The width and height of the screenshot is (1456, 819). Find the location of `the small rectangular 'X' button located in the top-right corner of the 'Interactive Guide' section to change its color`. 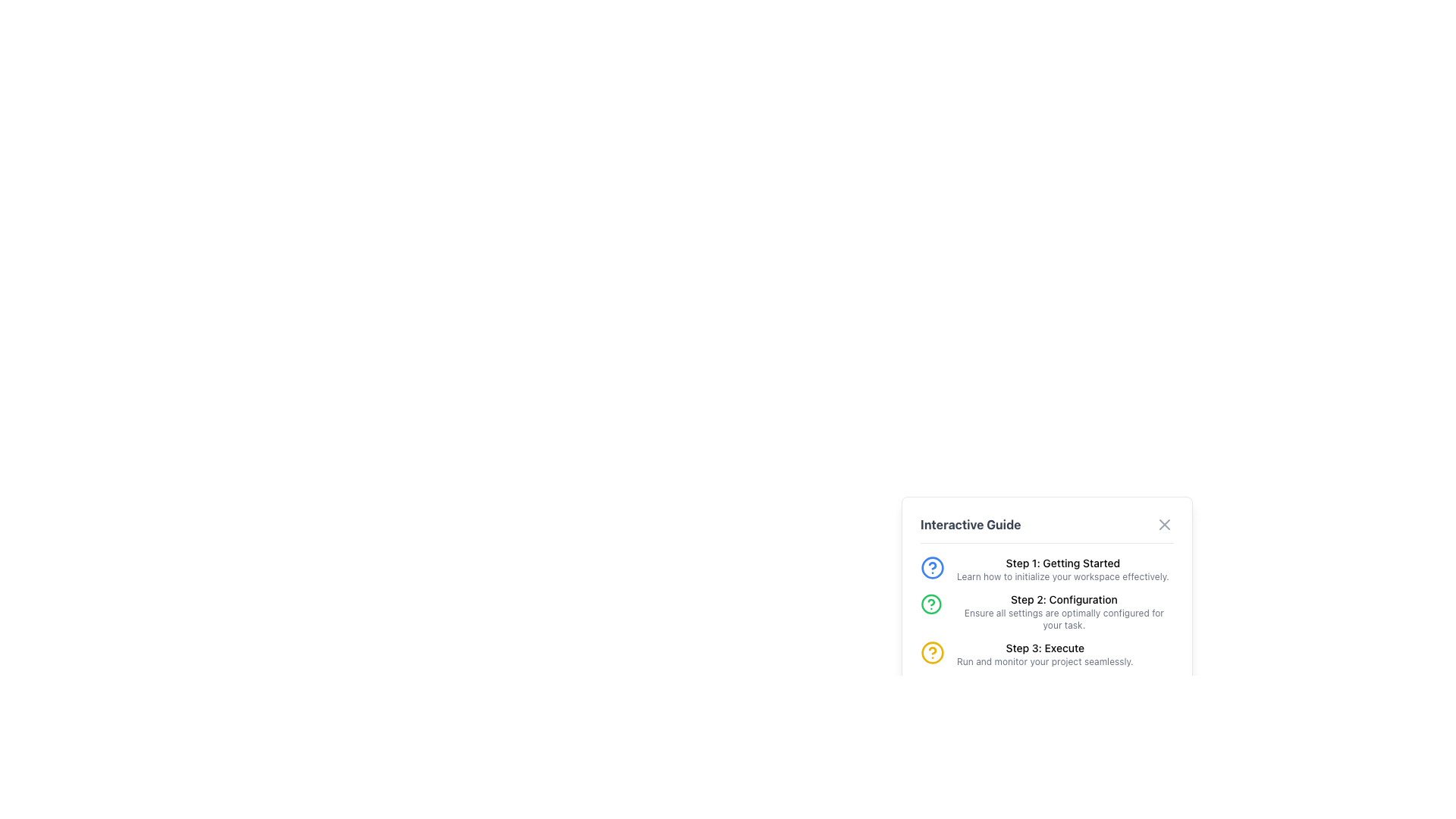

the small rectangular 'X' button located in the top-right corner of the 'Interactive Guide' section to change its color is located at coordinates (1164, 523).